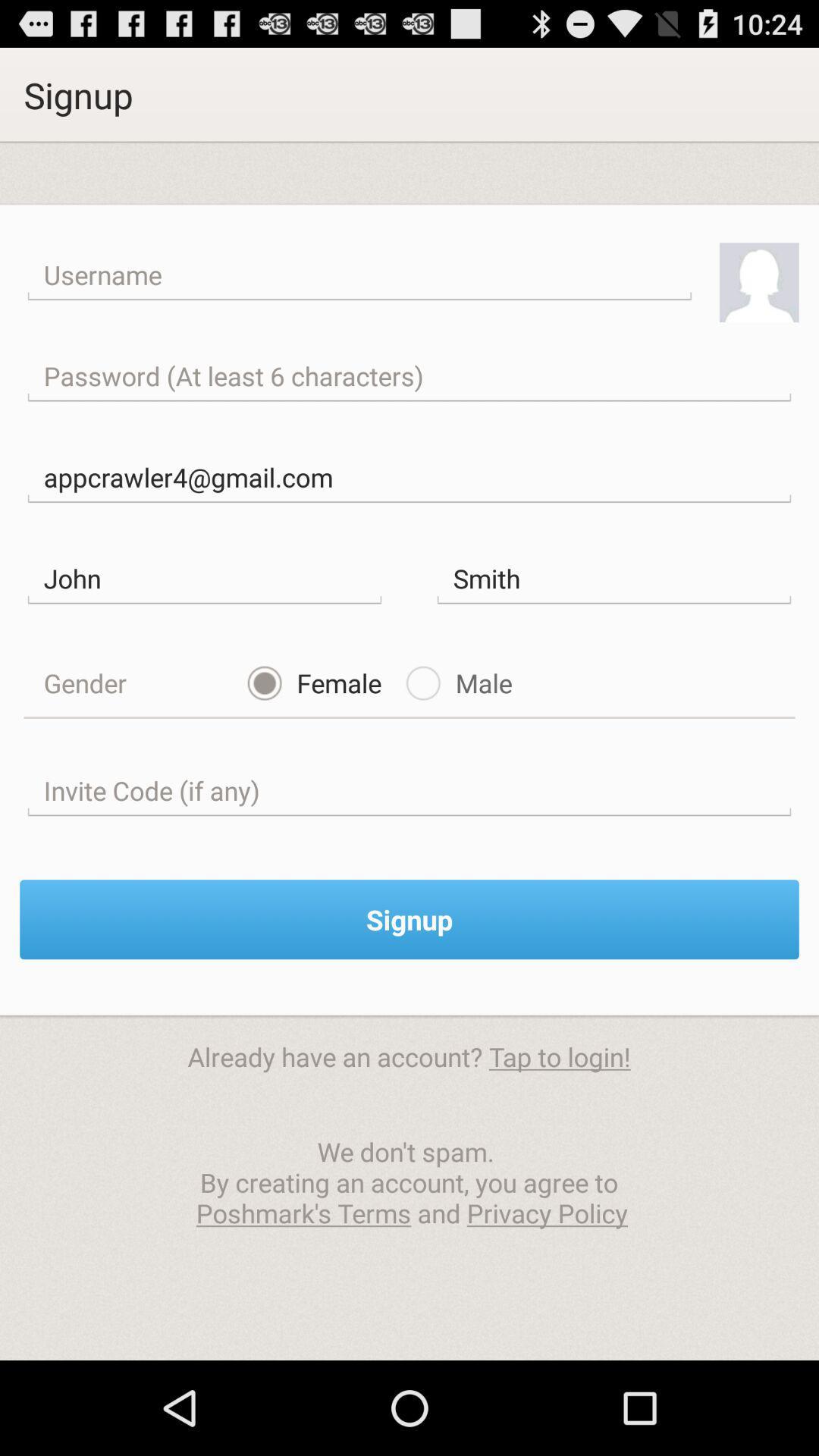  Describe the element at coordinates (409, 376) in the screenshot. I see `password row` at that location.